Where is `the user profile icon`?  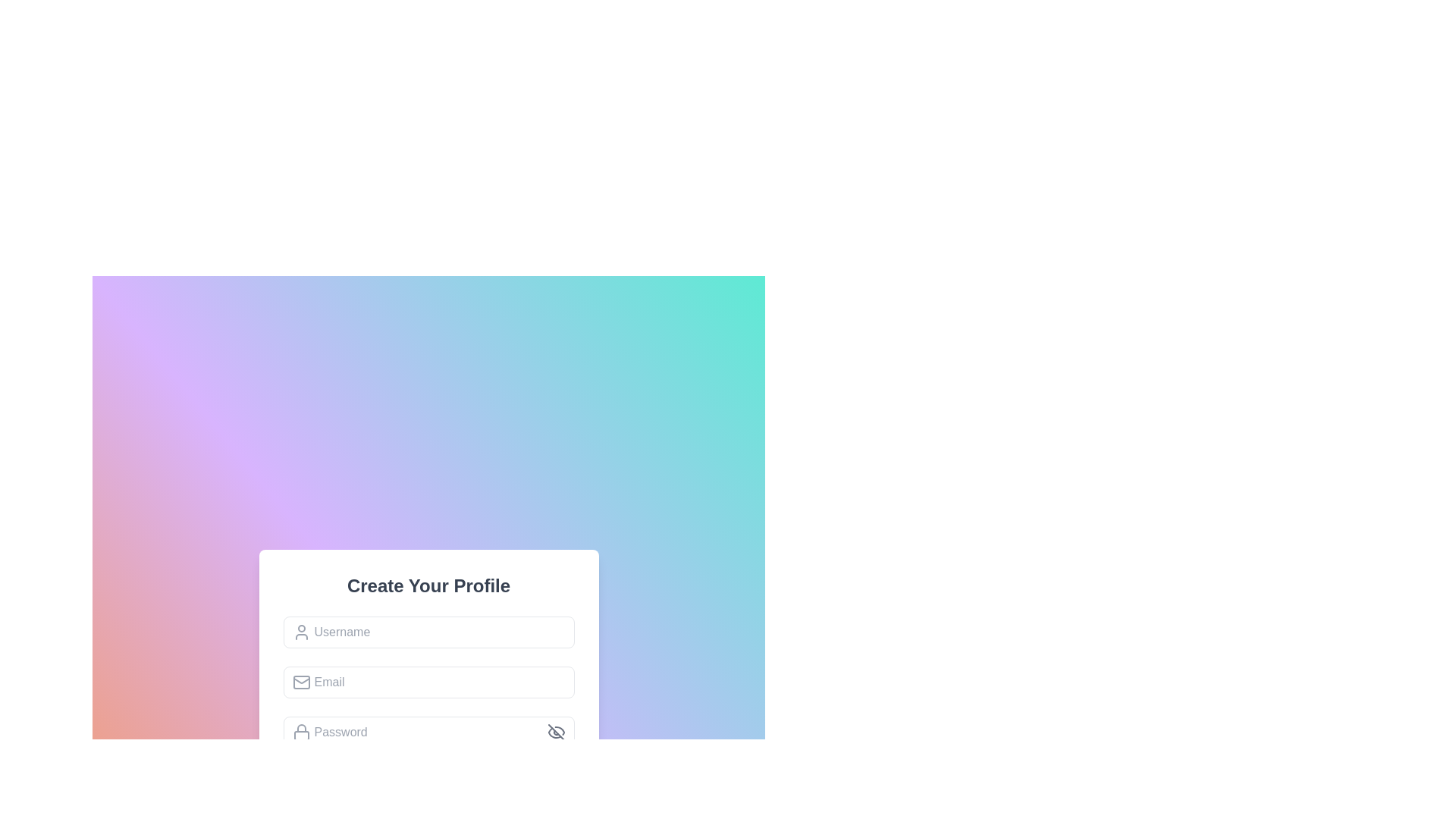
the user profile icon is located at coordinates (301, 632).